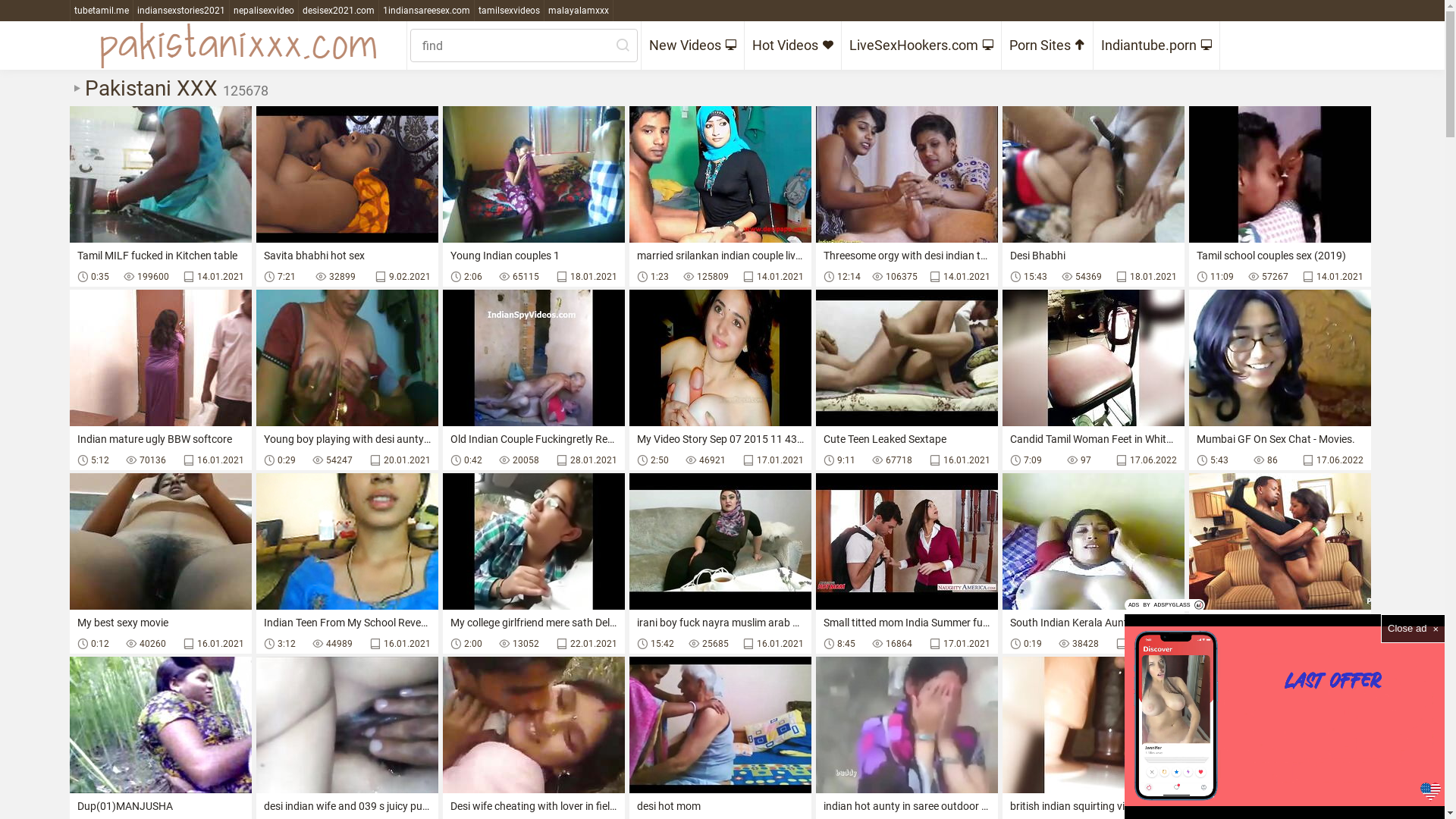 The height and width of the screenshot is (819, 1456). What do you see at coordinates (1279, 195) in the screenshot?
I see `'Tamil school couples sex (2019)` at bounding box center [1279, 195].